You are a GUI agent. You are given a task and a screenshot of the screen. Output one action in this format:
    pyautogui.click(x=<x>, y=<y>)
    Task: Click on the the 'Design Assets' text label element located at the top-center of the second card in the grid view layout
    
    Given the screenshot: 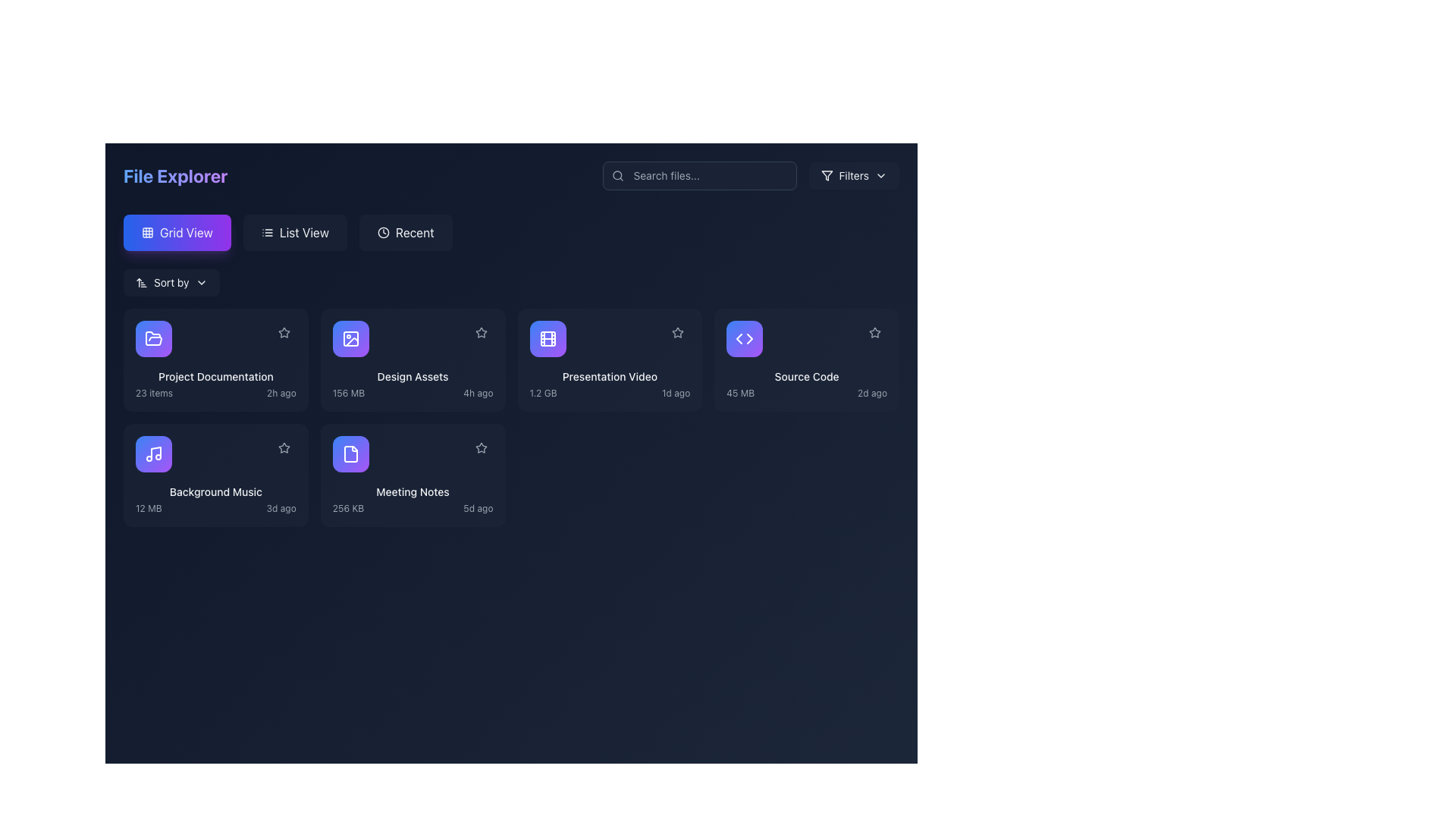 What is the action you would take?
    pyautogui.click(x=413, y=376)
    